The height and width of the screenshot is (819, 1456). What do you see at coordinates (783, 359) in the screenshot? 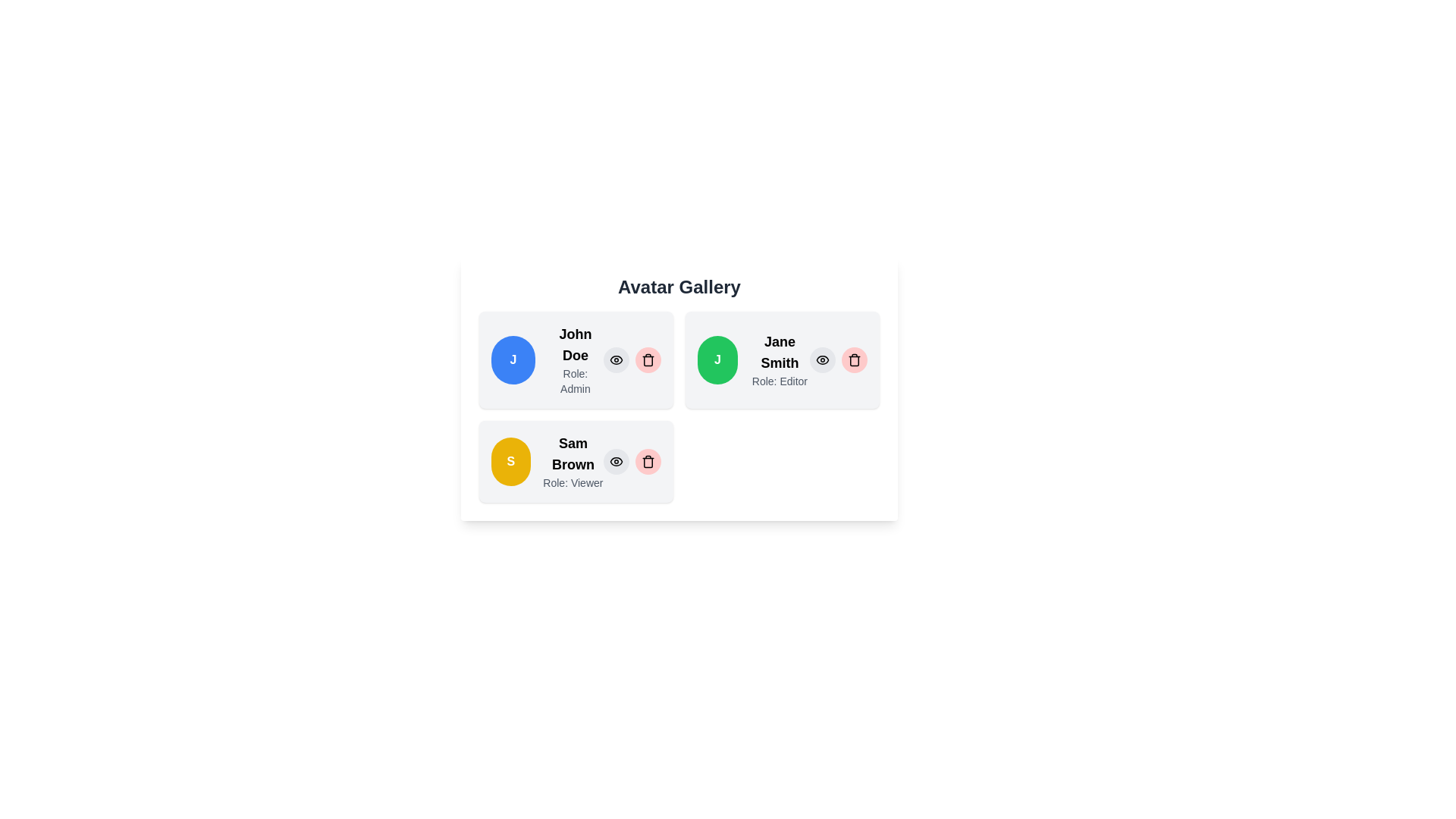
I see `the informational tile featuring a green circular avatar with 'J' and the text 'Jane Smith' and 'Role: Editor'` at bounding box center [783, 359].